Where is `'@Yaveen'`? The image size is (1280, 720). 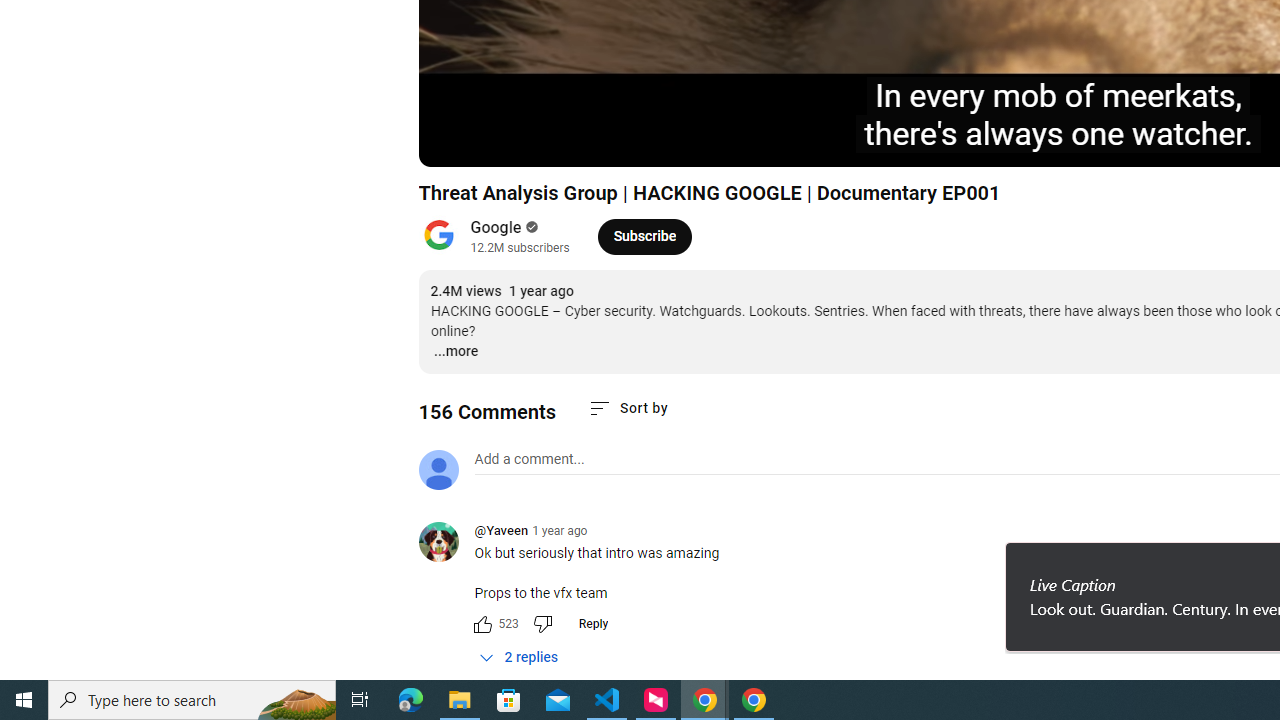
'@Yaveen' is located at coordinates (445, 543).